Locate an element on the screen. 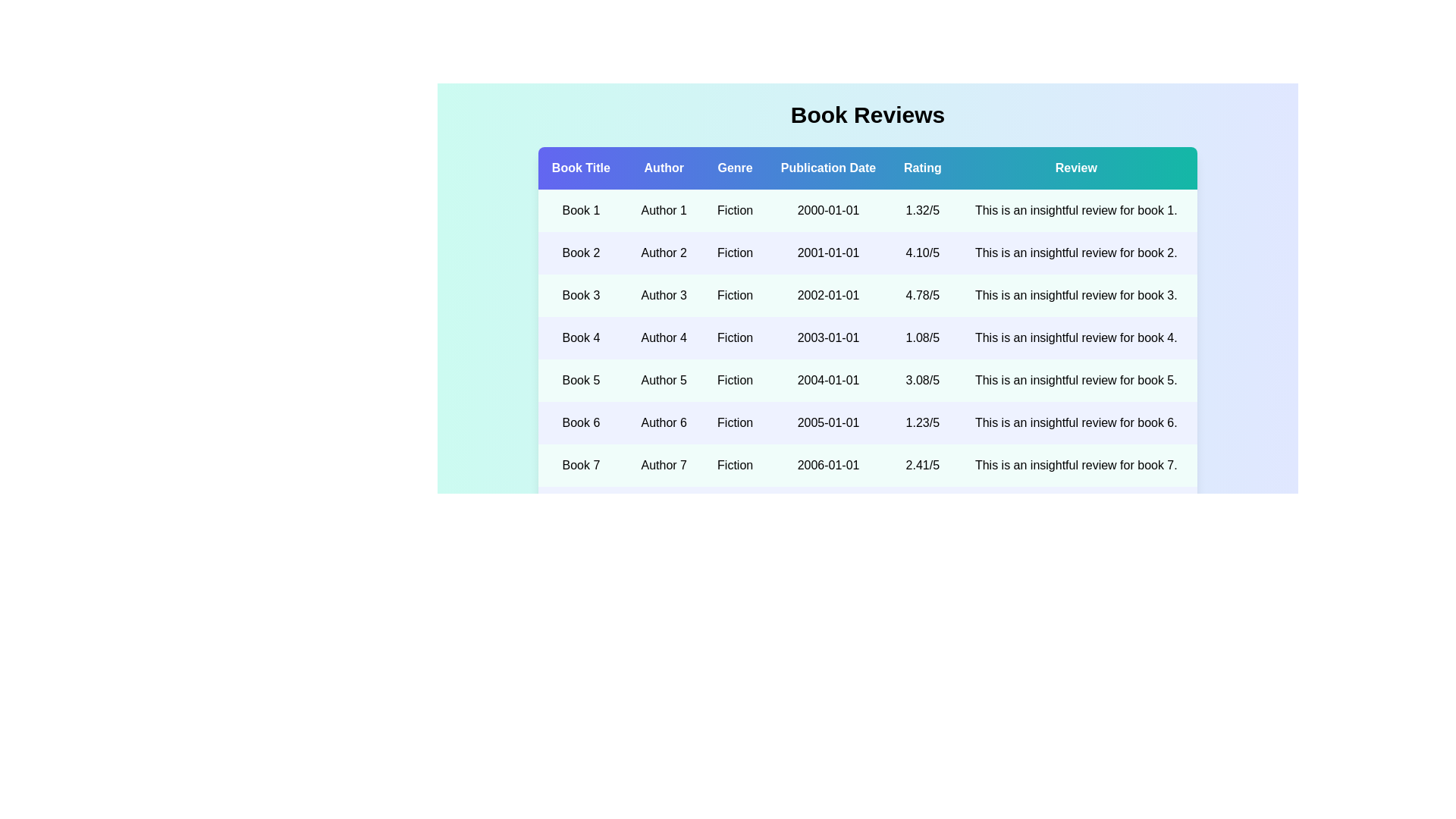  the book title Book 3 to view its details is located at coordinates (580, 295).